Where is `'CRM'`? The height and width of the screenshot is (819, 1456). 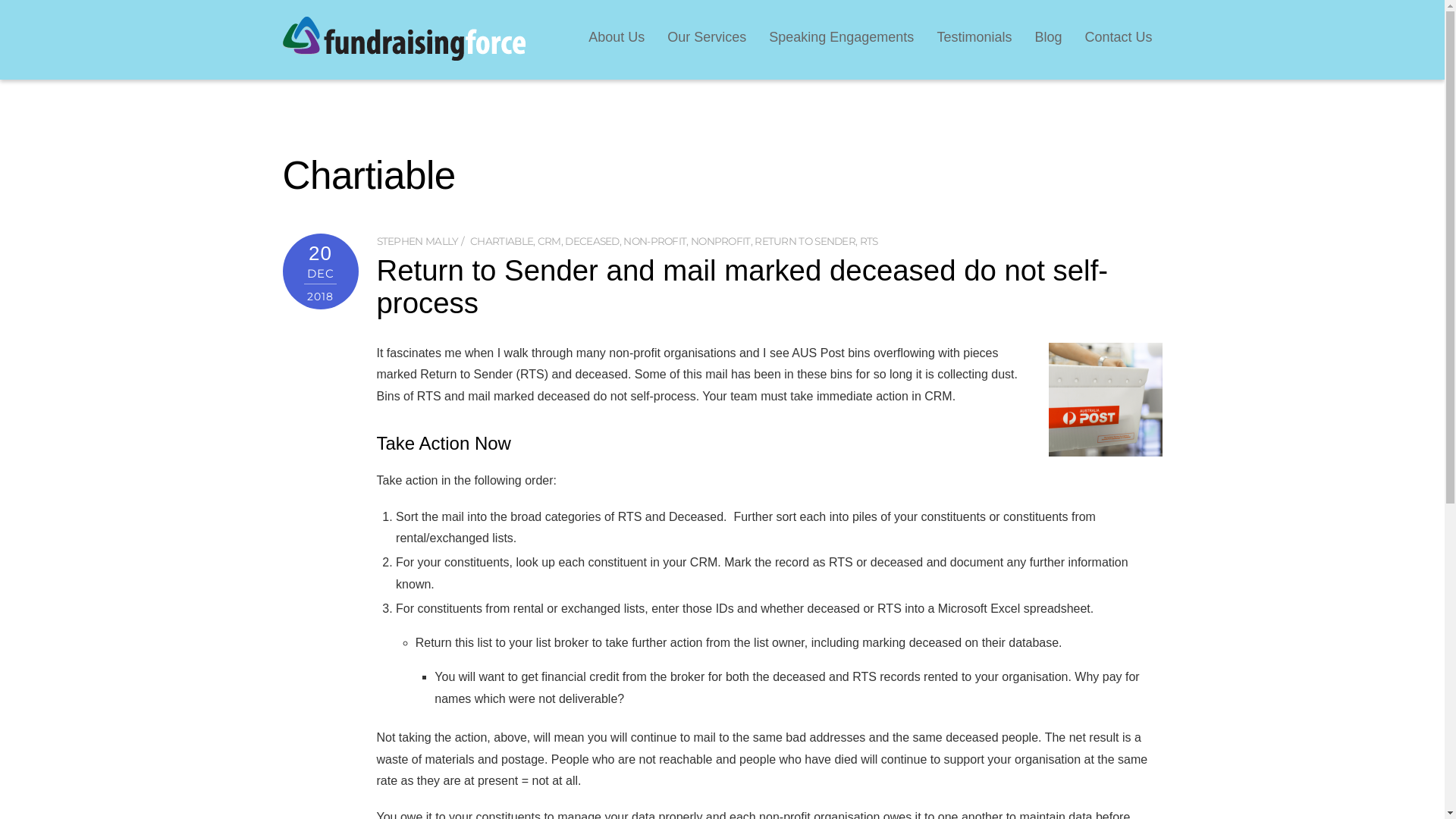 'CRM' is located at coordinates (548, 240).